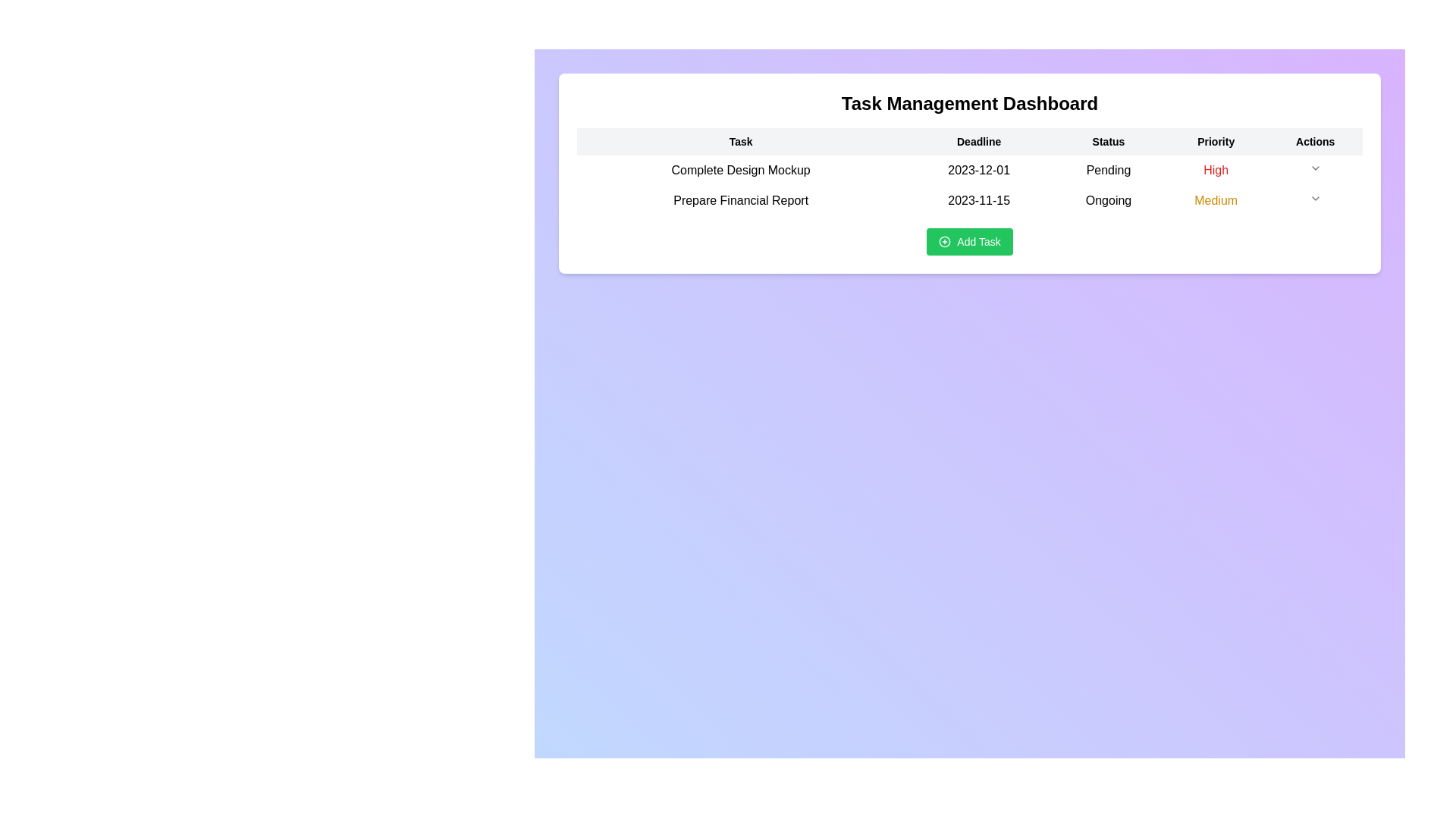  Describe the element at coordinates (1216, 170) in the screenshot. I see `the text label displaying 'High' in red color under the 'Priority' column of the task management table` at that location.